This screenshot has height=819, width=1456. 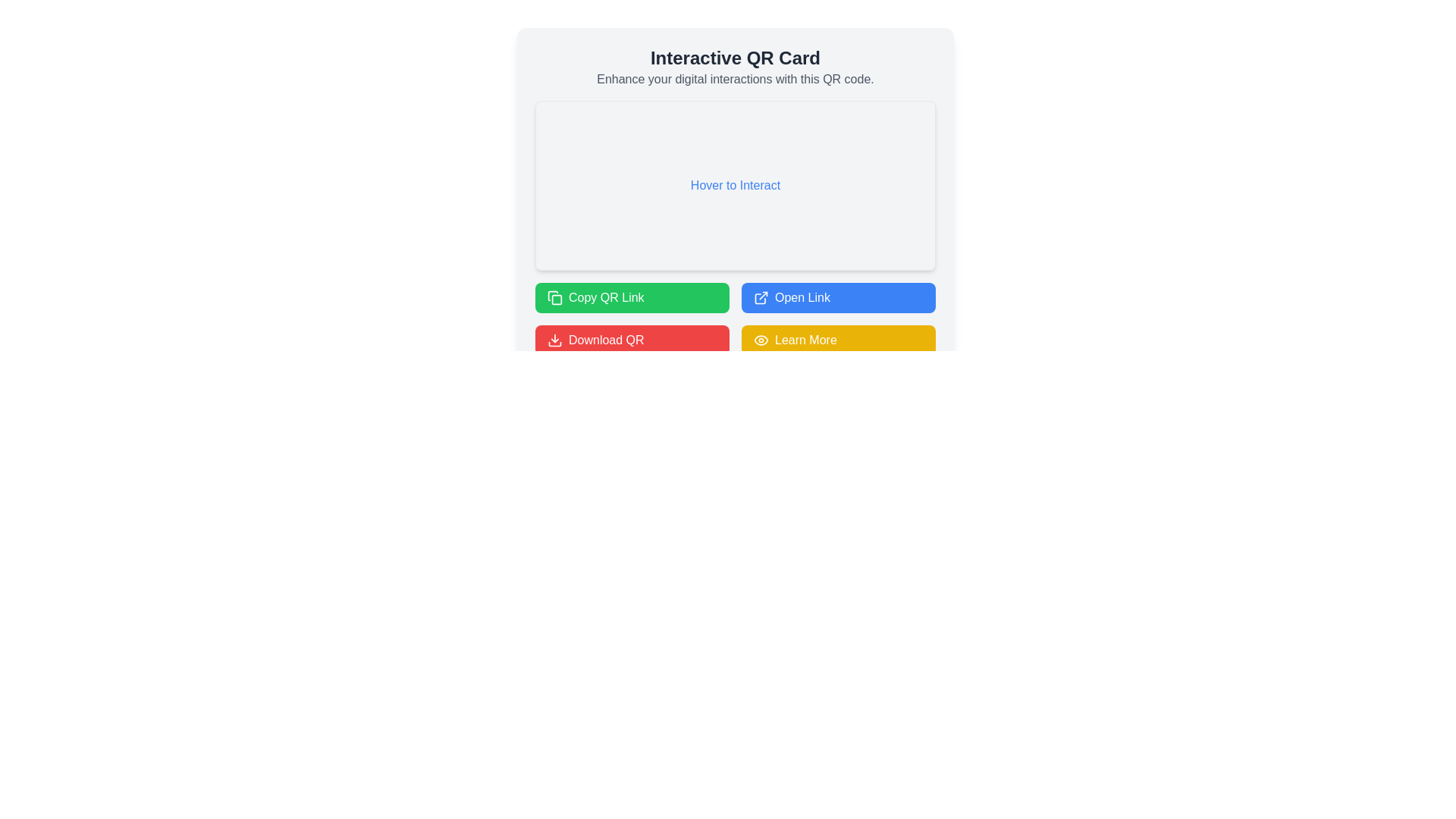 I want to click on the rectangular interactive area with a light gray background and centered text that reads 'Hover to Interact', so click(x=735, y=185).